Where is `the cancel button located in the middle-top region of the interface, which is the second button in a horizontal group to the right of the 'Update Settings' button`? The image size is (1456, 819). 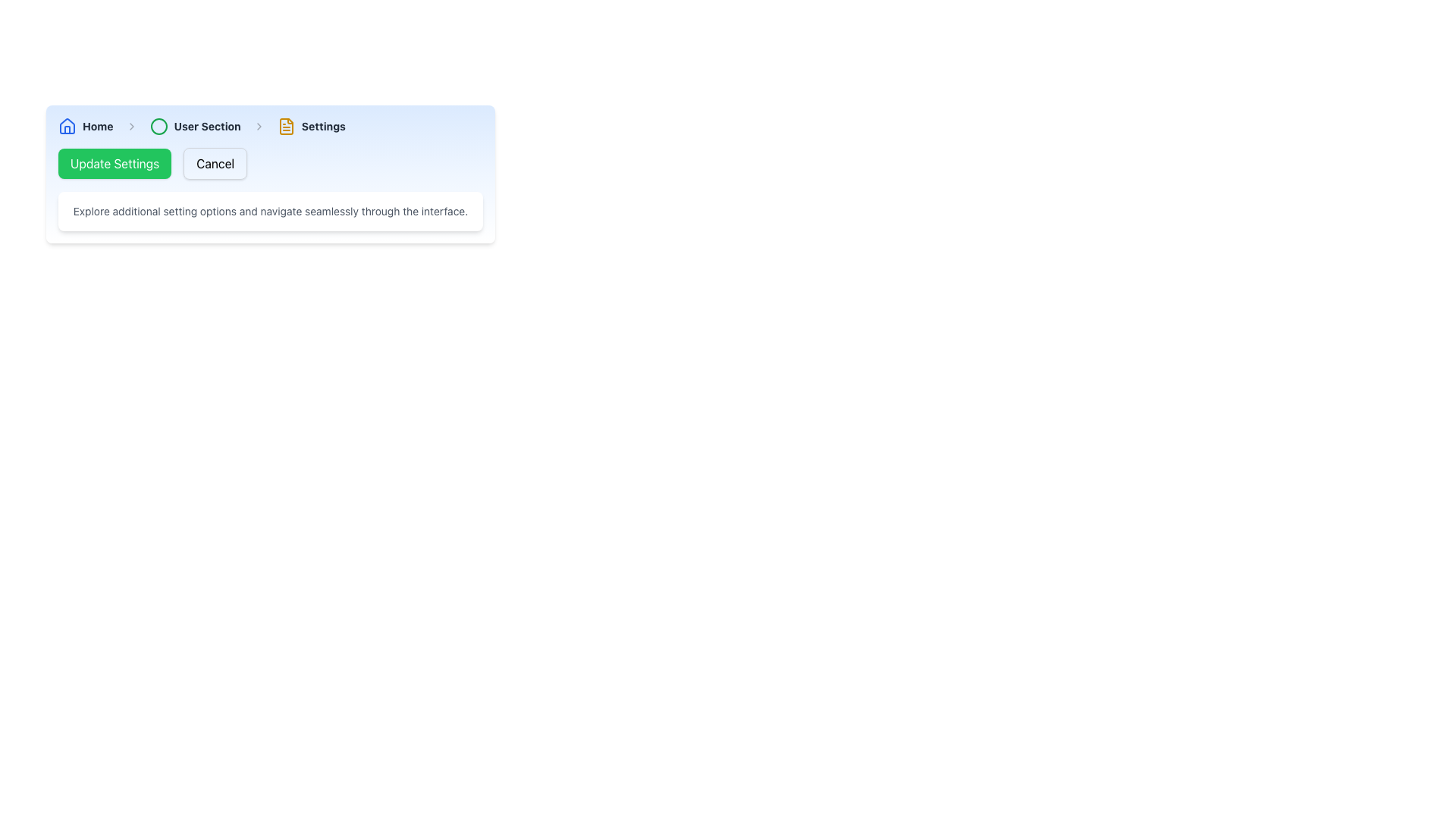
the cancel button located in the middle-top region of the interface, which is the second button in a horizontal group to the right of the 'Update Settings' button is located at coordinates (214, 164).